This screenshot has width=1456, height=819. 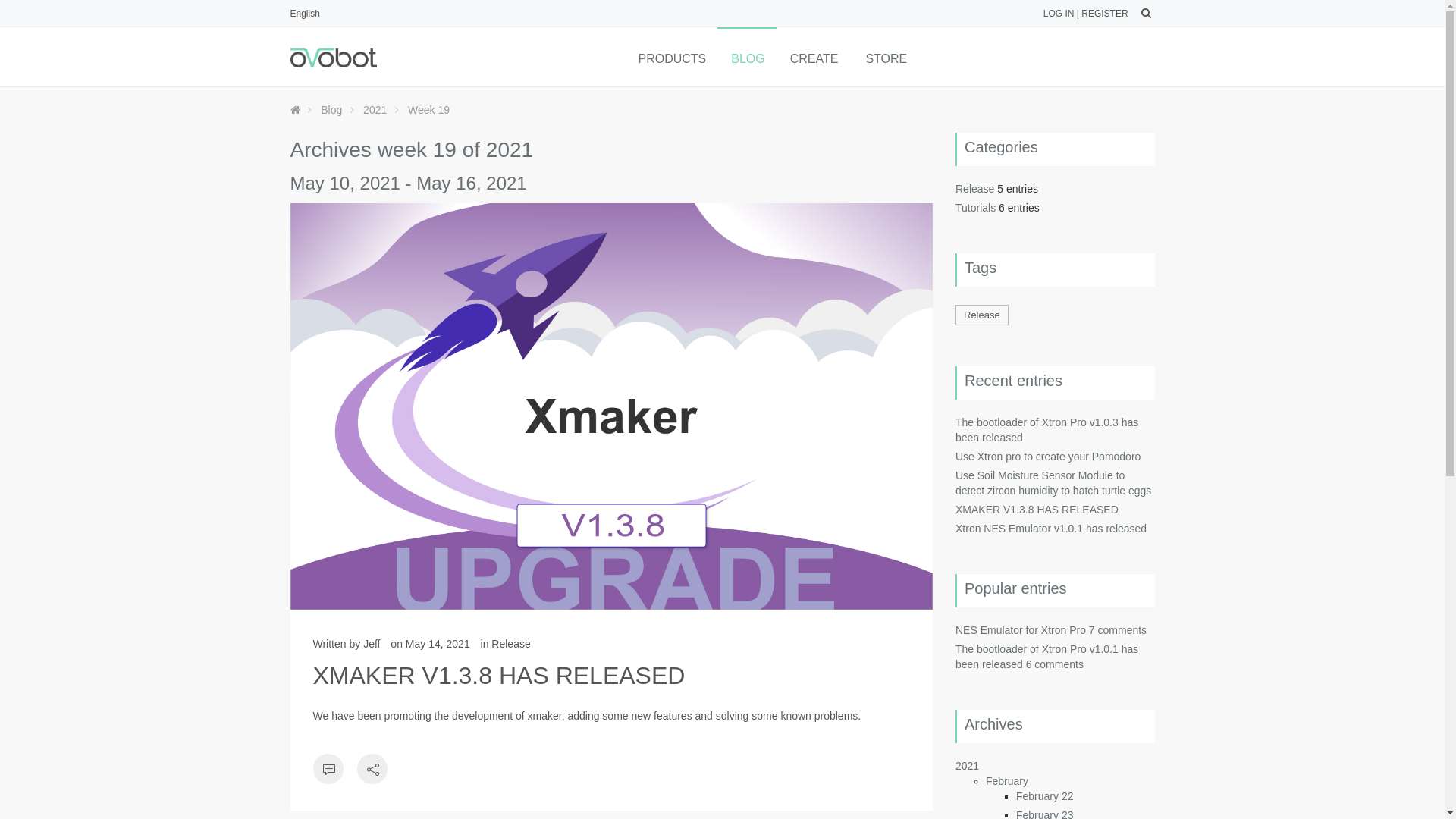 What do you see at coordinates (1015, 795) in the screenshot?
I see `'February 22'` at bounding box center [1015, 795].